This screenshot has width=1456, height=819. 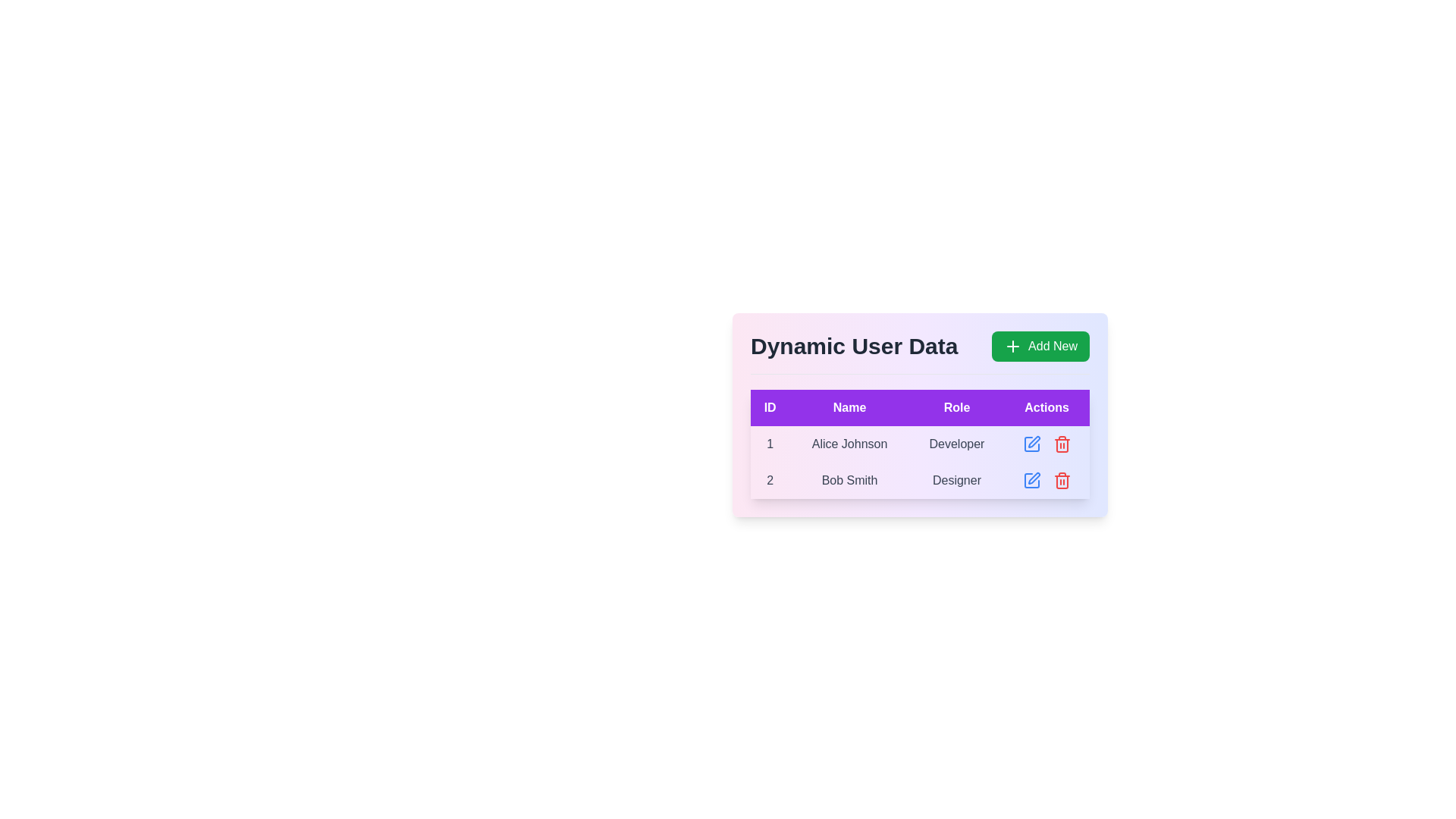 What do you see at coordinates (849, 406) in the screenshot?
I see `the second column header in the table that indicates the content type (names of individuals), positioned between the 'ID' and 'Role' columns` at bounding box center [849, 406].